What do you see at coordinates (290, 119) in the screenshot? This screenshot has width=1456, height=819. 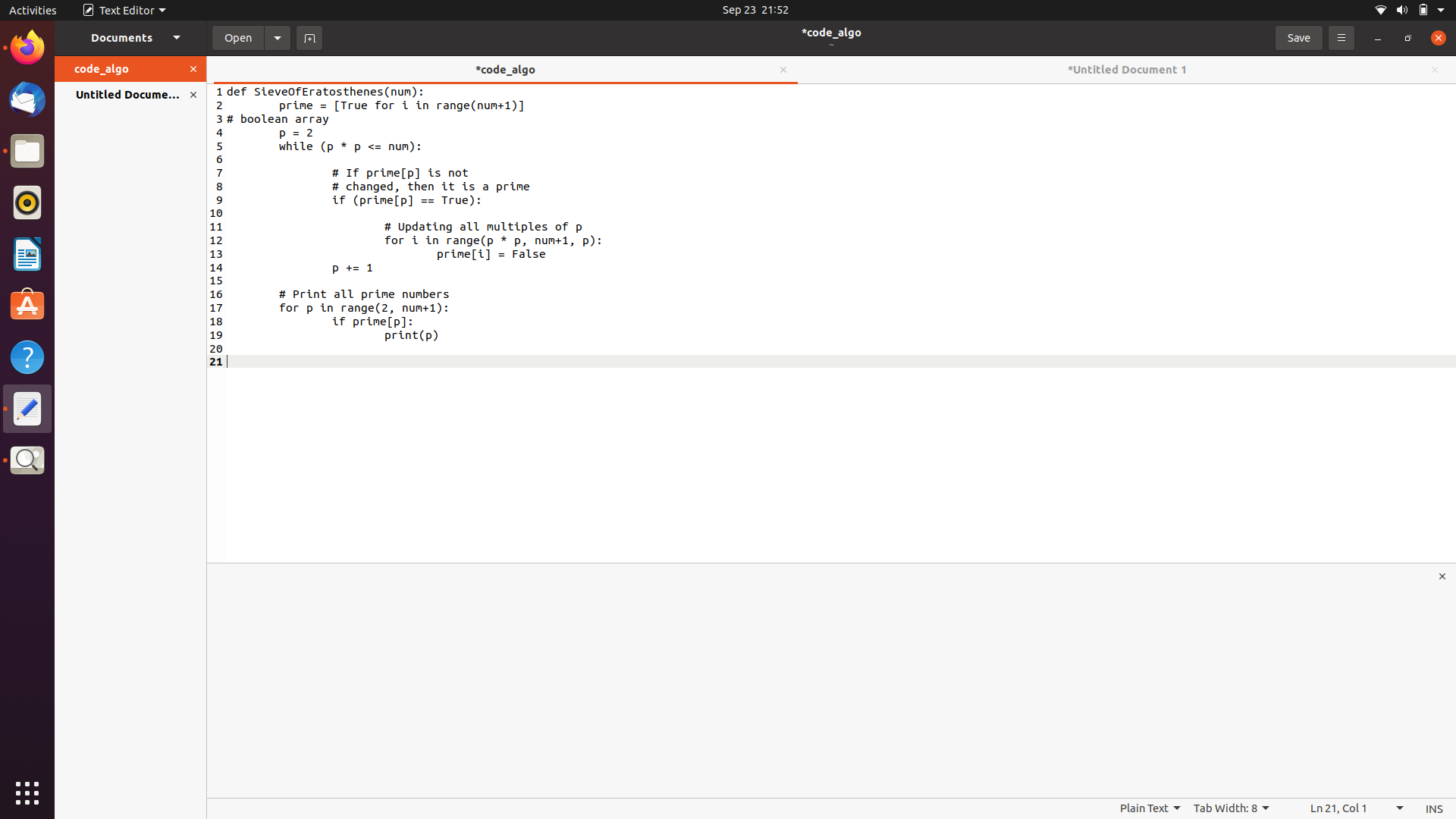 I see `Transfer the entire text from code_algo file to an untitled document using the keyboard shortcuts for select all (Ctrl+A), copy (Ctrl+C) and paste (Ctrl+V)` at bounding box center [290, 119].